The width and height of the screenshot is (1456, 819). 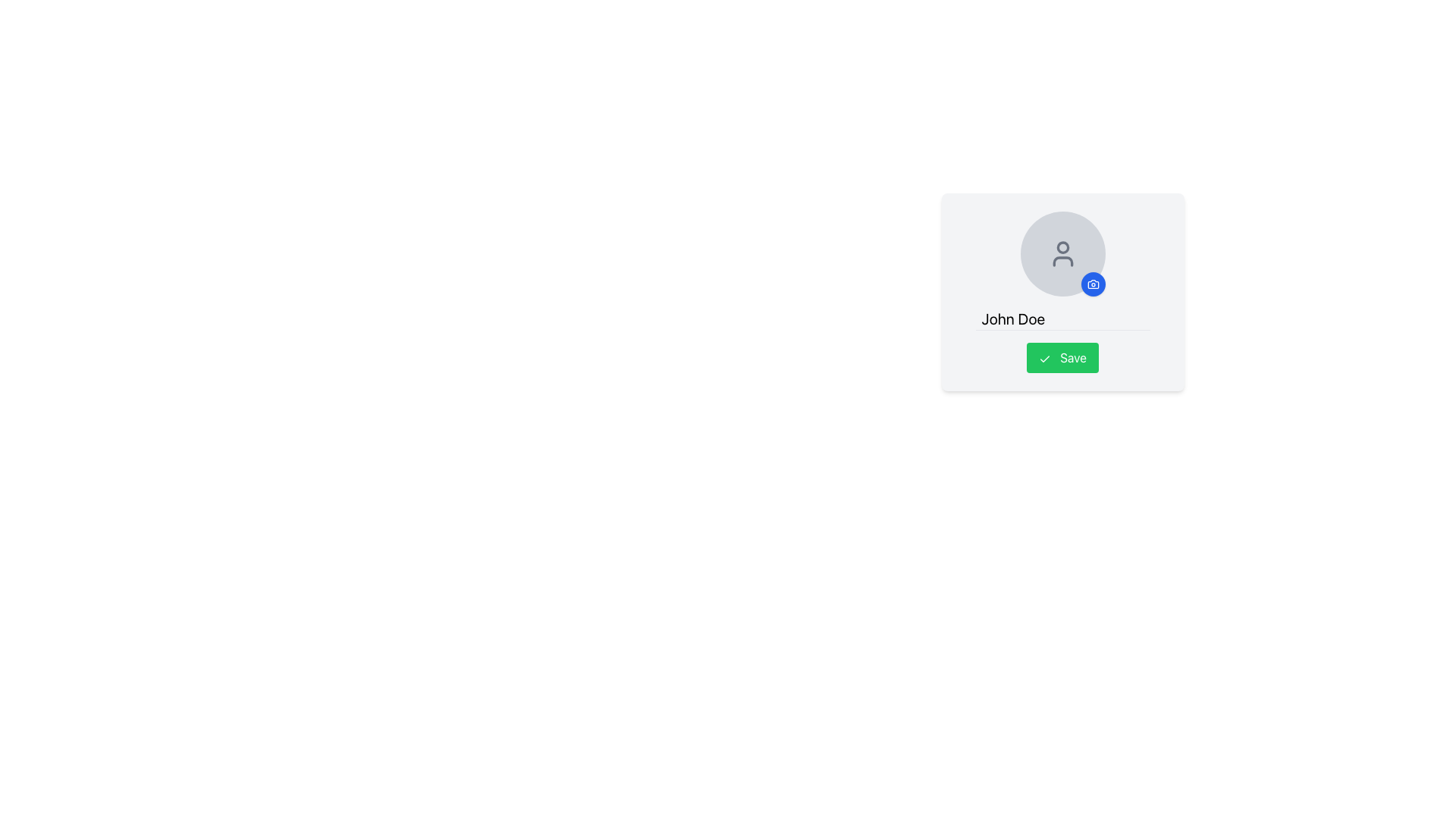 What do you see at coordinates (1062, 357) in the screenshot?
I see `the save button located at the bottom area of the card layout, which is centered horizontally beneath the name label 'John Doe', to visualize the styling change` at bounding box center [1062, 357].